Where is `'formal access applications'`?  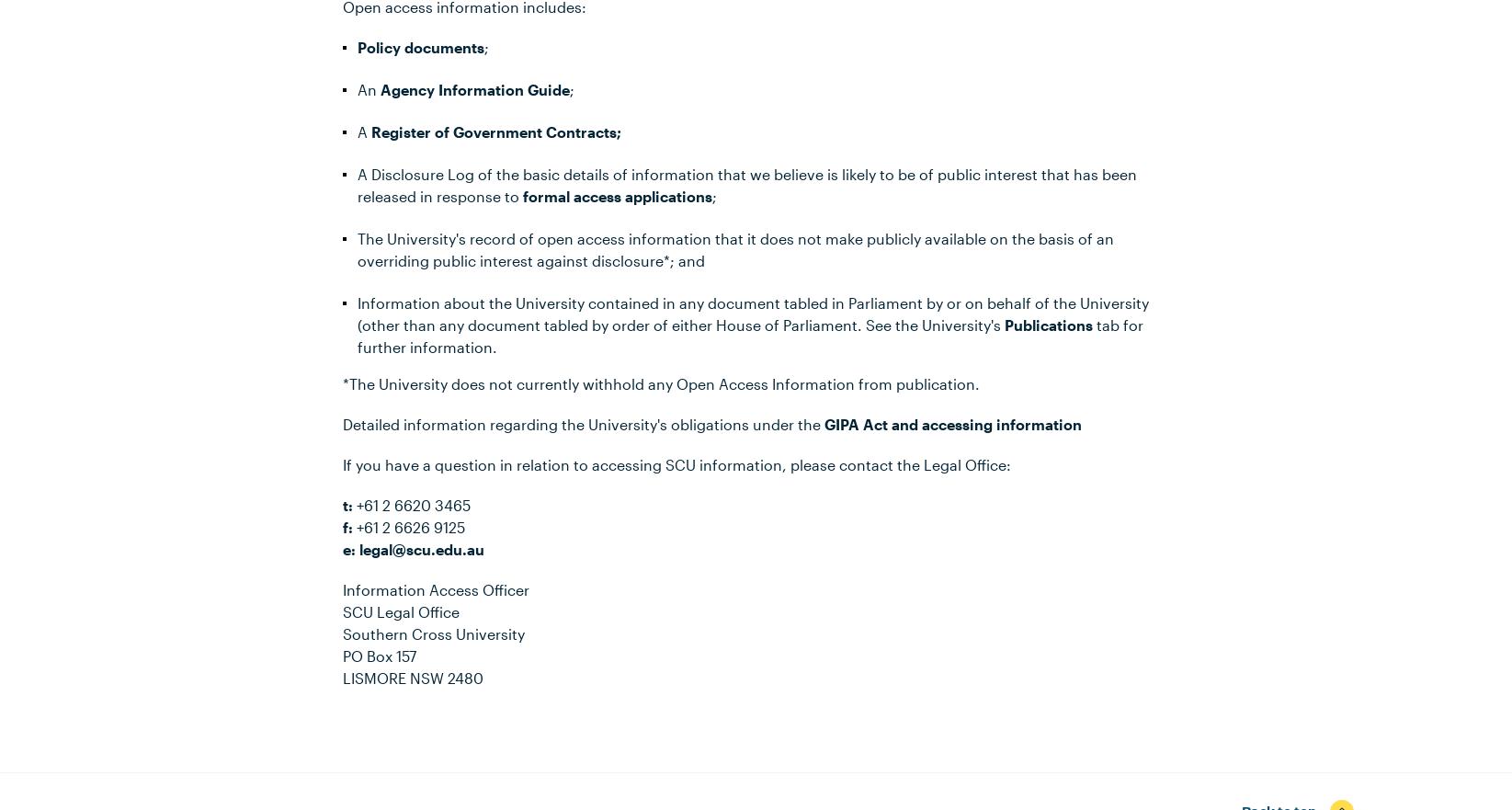 'formal access applications' is located at coordinates (615, 195).